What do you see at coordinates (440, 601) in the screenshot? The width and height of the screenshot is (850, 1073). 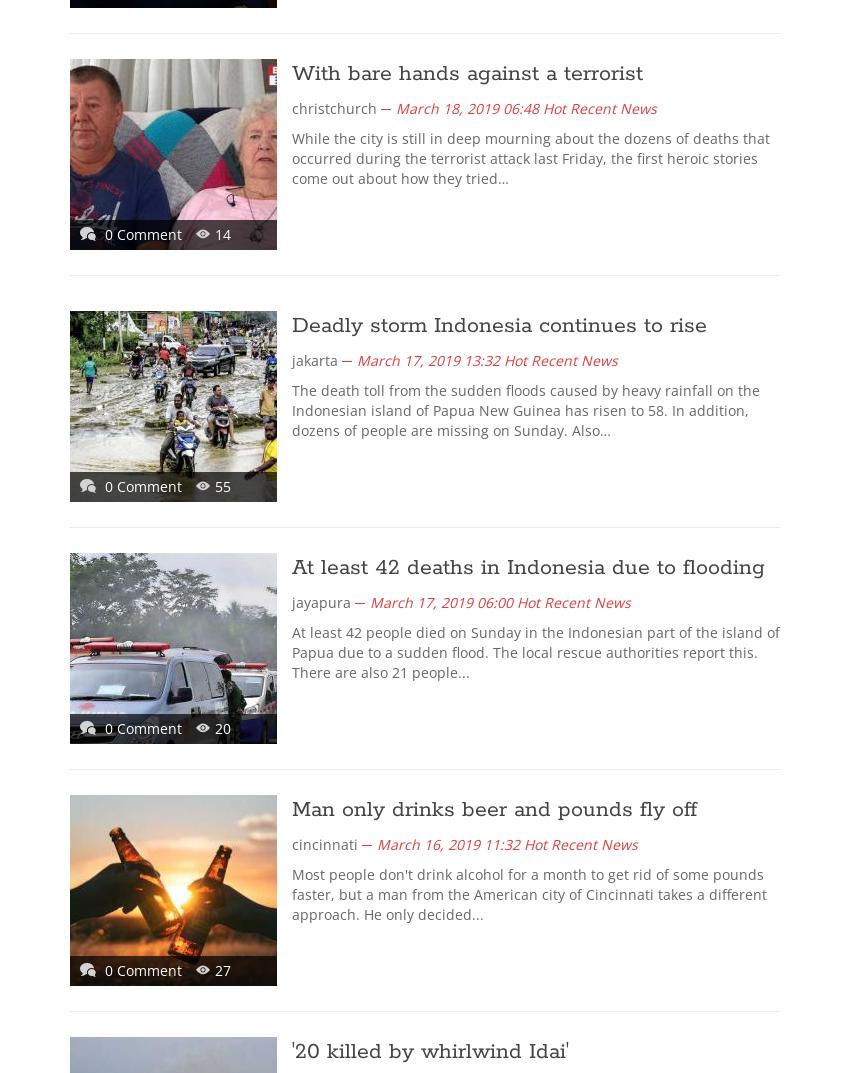 I see `'March 17, 2019 06:00'` at bounding box center [440, 601].